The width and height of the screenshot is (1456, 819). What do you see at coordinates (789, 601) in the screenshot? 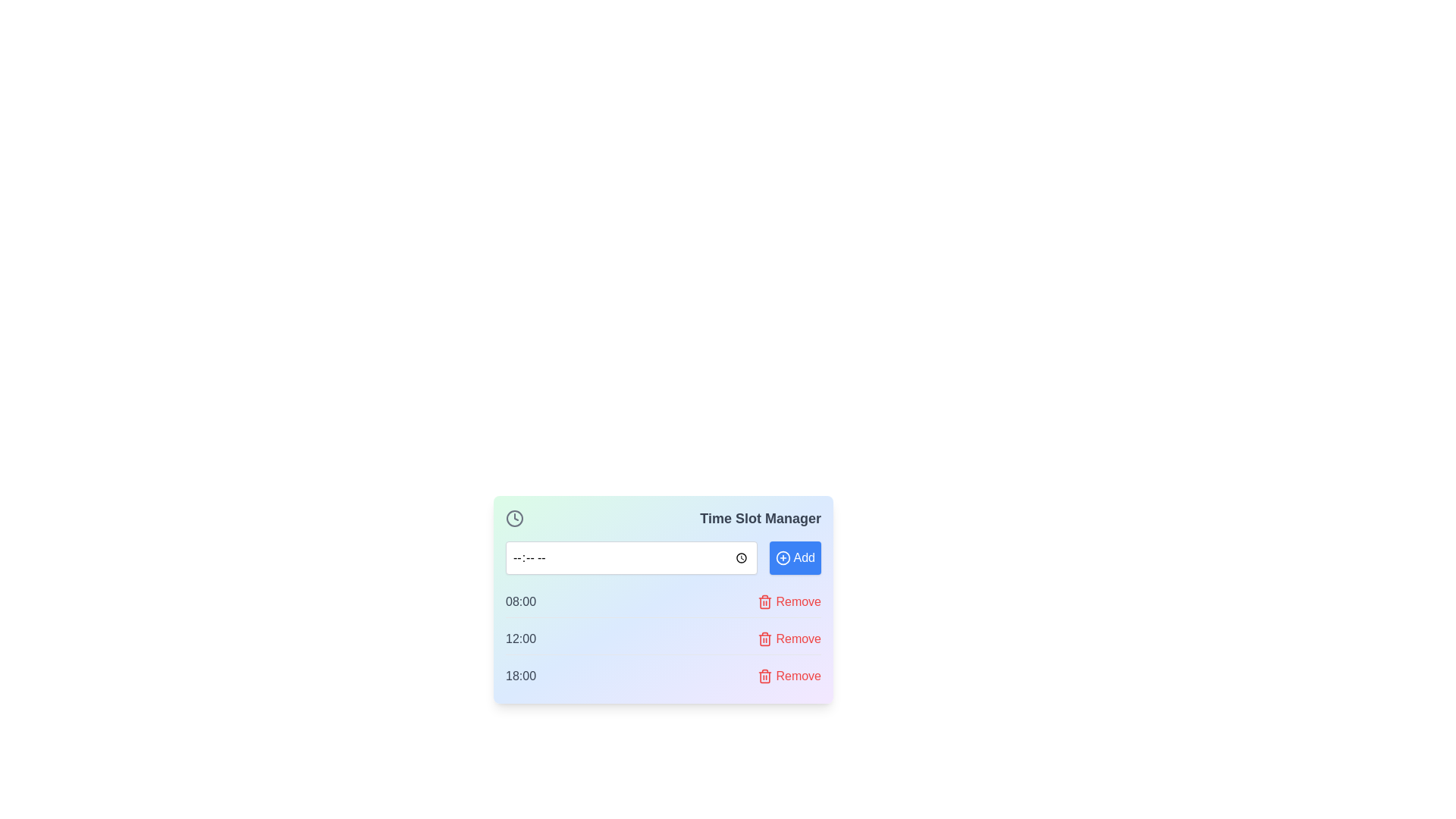
I see `the interactive button with an icon and text to remove the time slot '08:00' from the scheduled time slots` at bounding box center [789, 601].